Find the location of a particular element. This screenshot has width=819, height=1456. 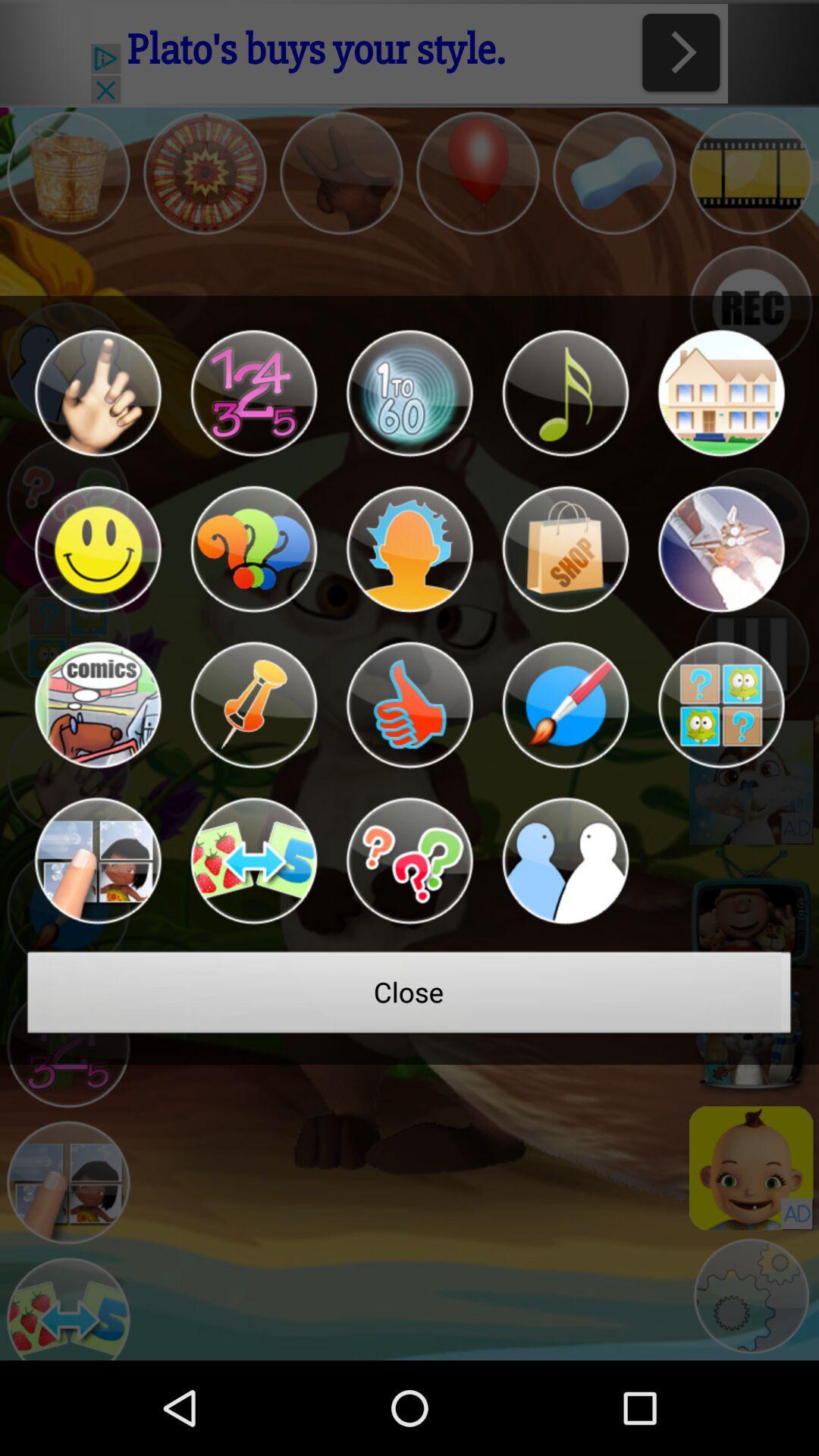

open app is located at coordinates (253, 861).